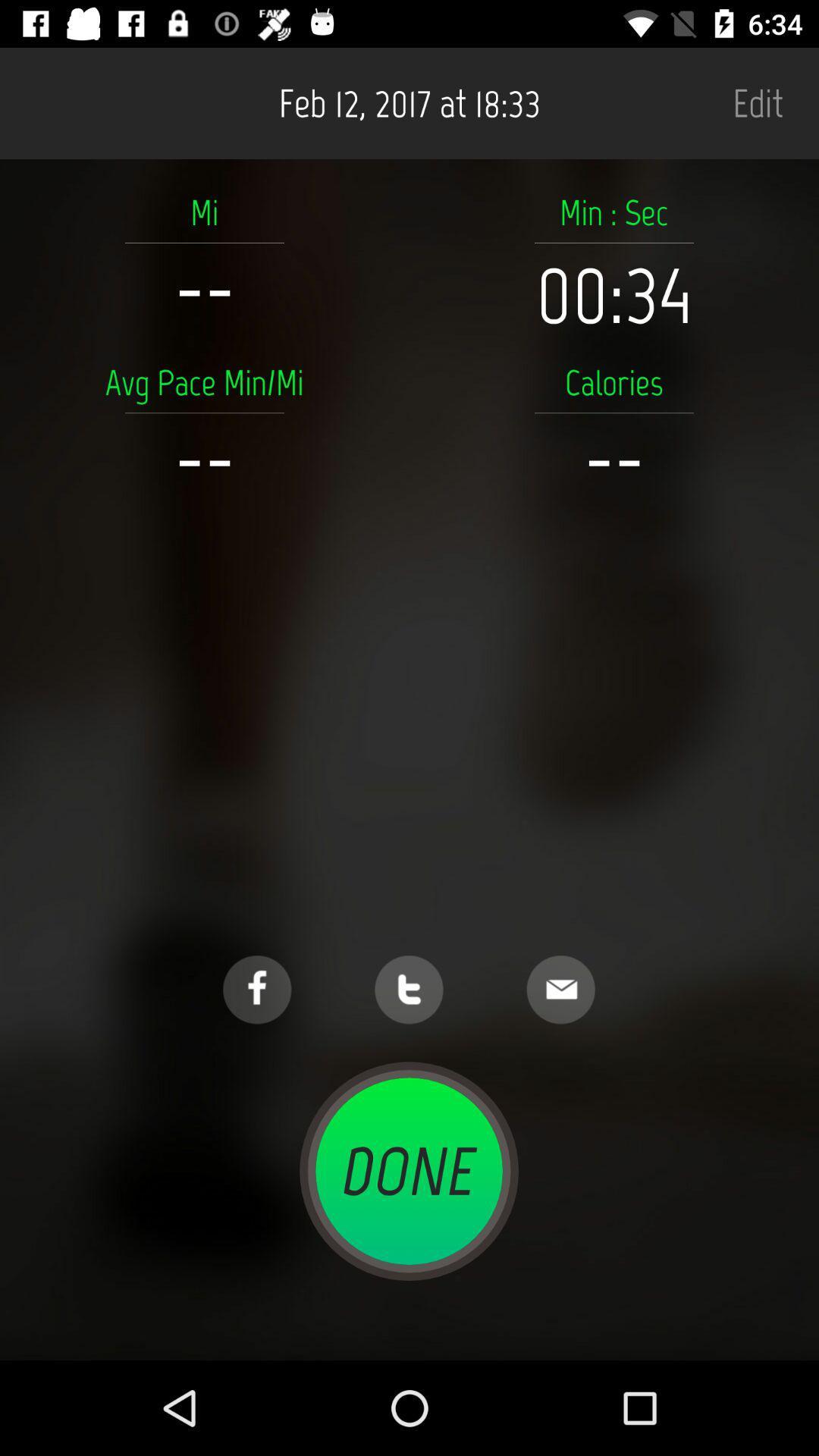 Image resolution: width=819 pixels, height=1456 pixels. Describe the element at coordinates (408, 990) in the screenshot. I see `to go twitter` at that location.